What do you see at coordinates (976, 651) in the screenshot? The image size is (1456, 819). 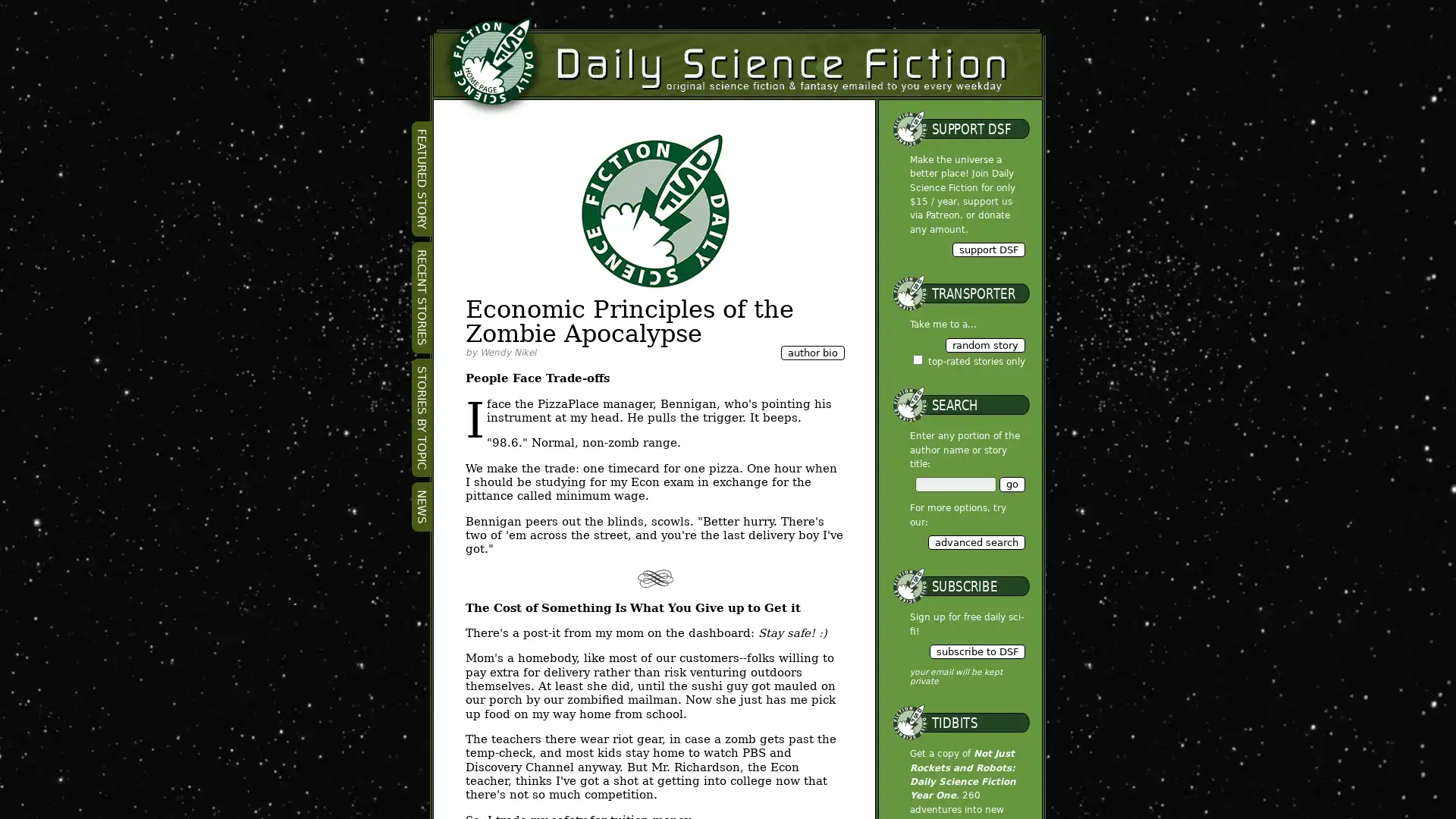 I see `subscribe to DSF` at bounding box center [976, 651].